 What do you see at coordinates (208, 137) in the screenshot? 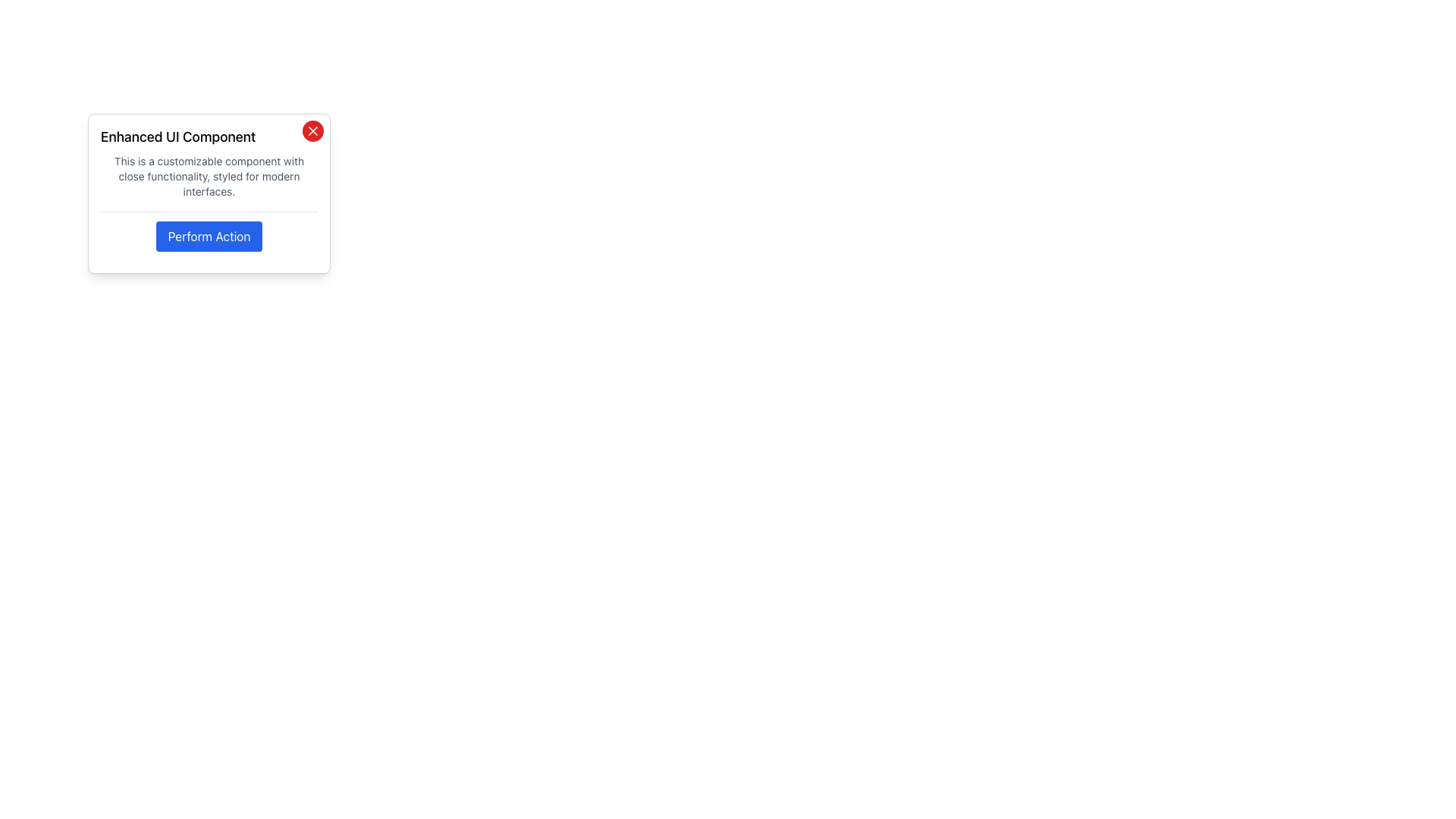
I see `the text label reading 'Enhanced UI Component'` at bounding box center [208, 137].